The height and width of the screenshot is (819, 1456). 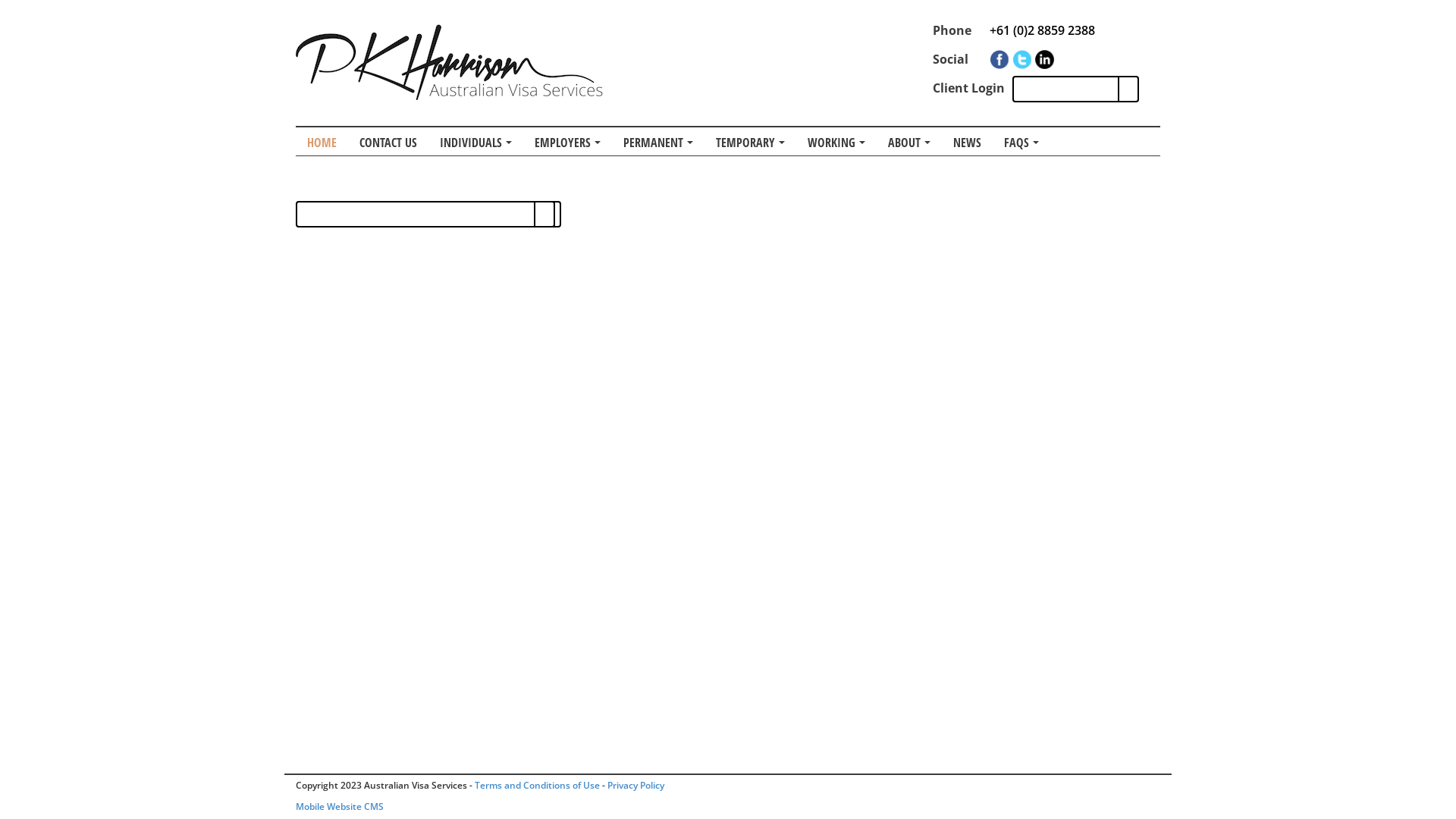 What do you see at coordinates (1041, 30) in the screenshot?
I see `'+61 (0)2 8859 2388'` at bounding box center [1041, 30].